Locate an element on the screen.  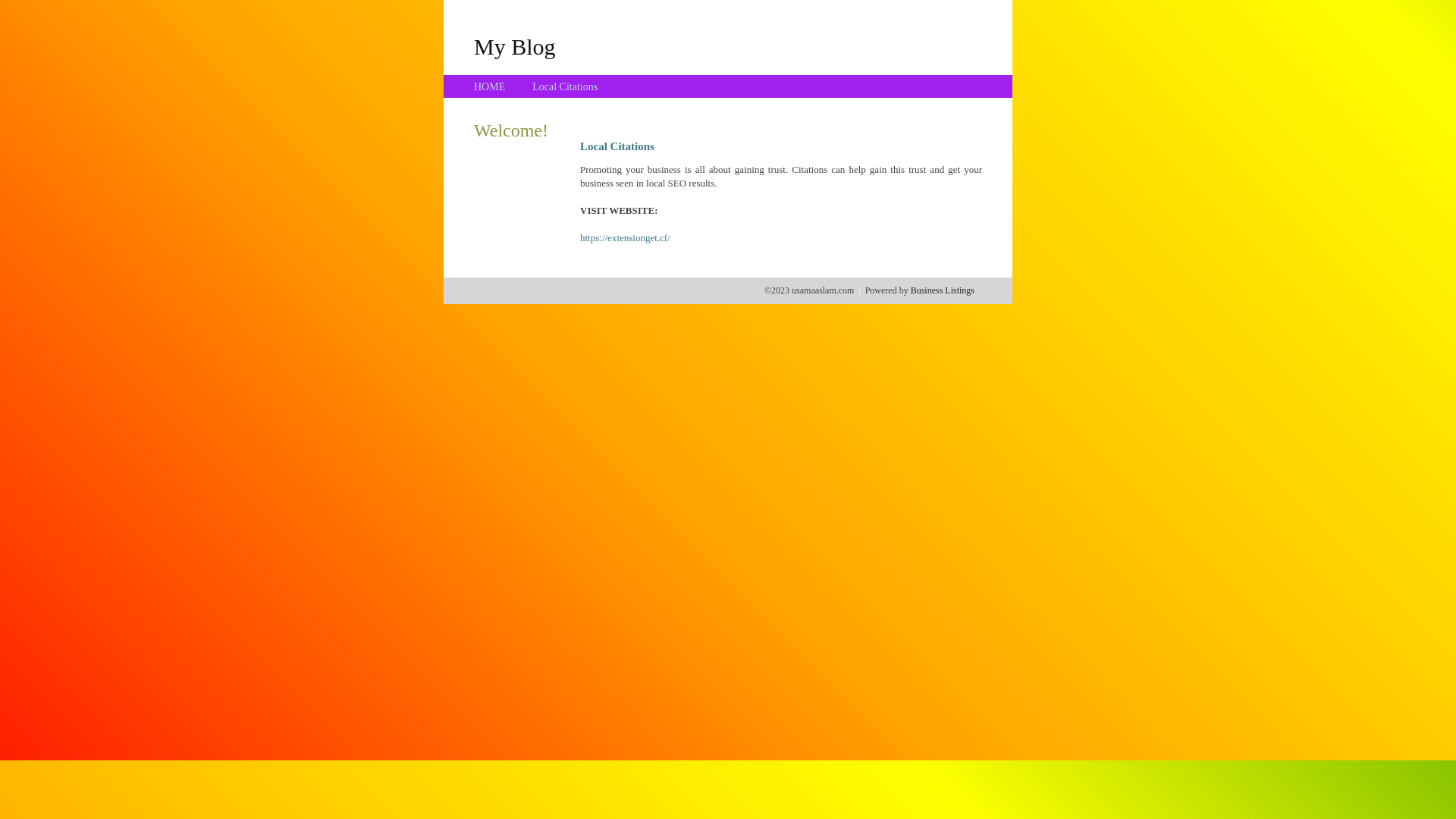
'My Blog' is located at coordinates (472, 45).